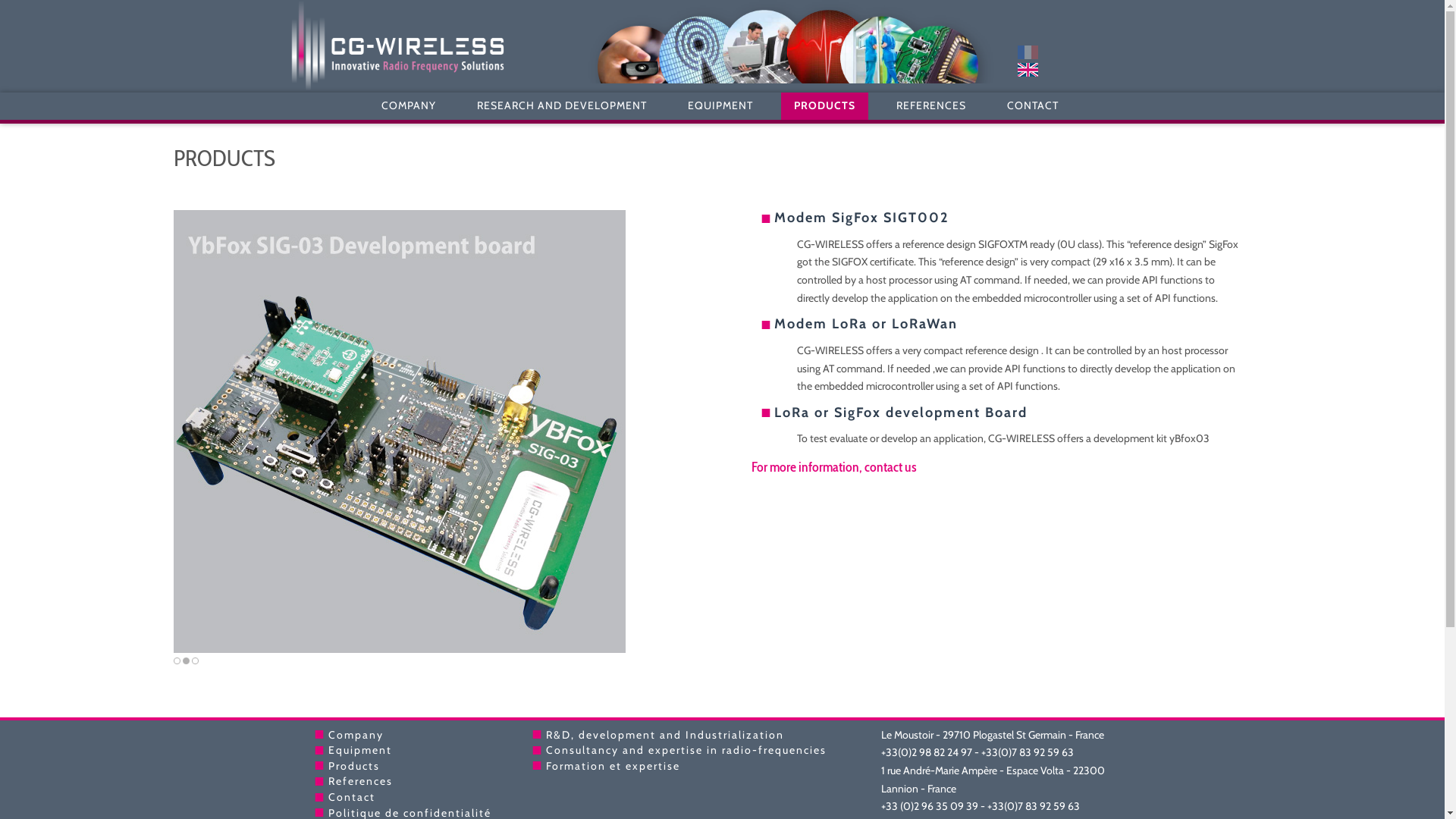 This screenshot has height=819, width=1456. I want to click on 'For more information, contact us', so click(833, 466).